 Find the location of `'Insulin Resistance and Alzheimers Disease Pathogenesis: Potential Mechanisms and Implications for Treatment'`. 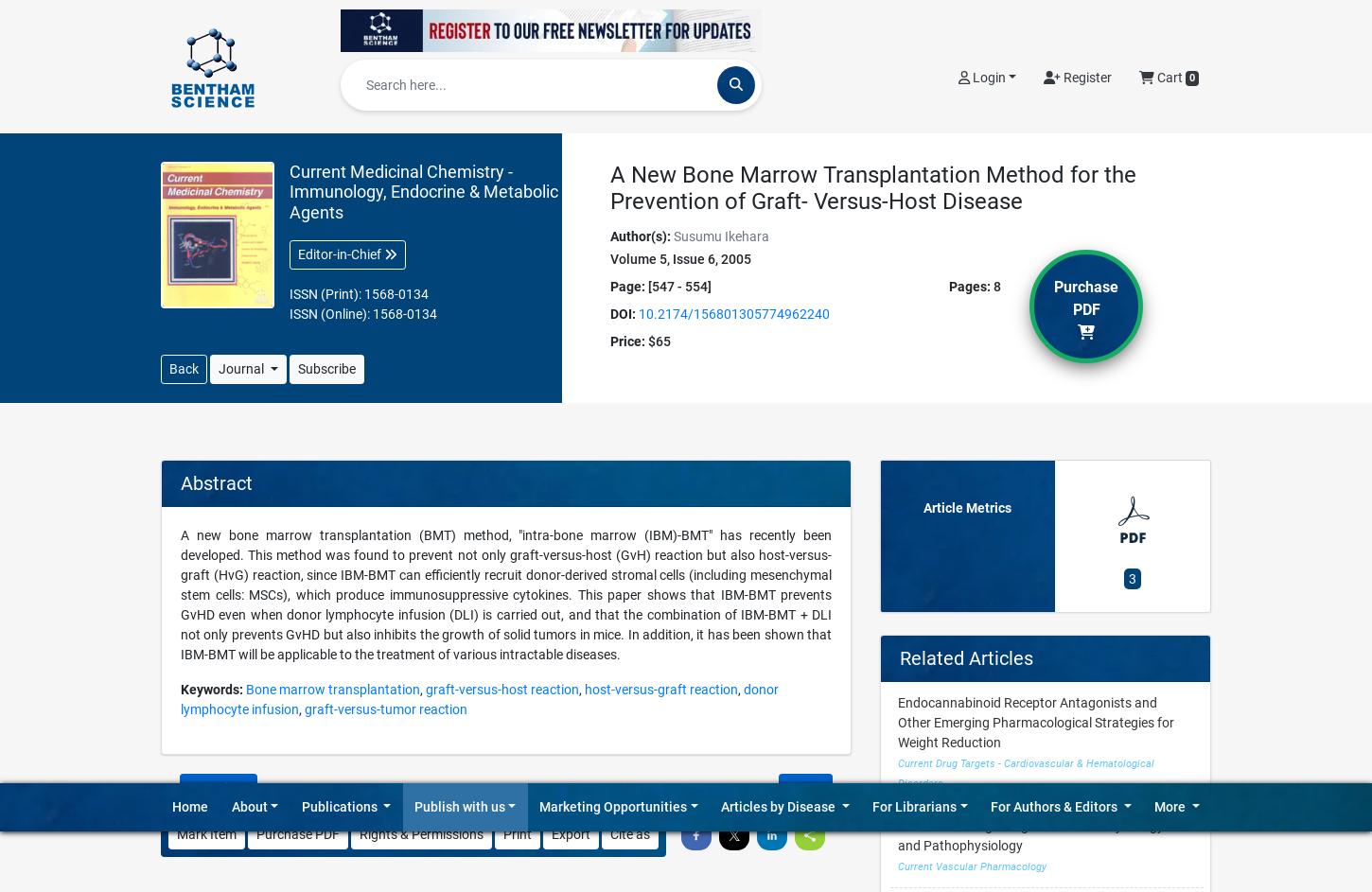

'Insulin Resistance and Alzheimers Disease Pathogenesis: Potential Mechanisms and Implications for Treatment' is located at coordinates (1021, 228).